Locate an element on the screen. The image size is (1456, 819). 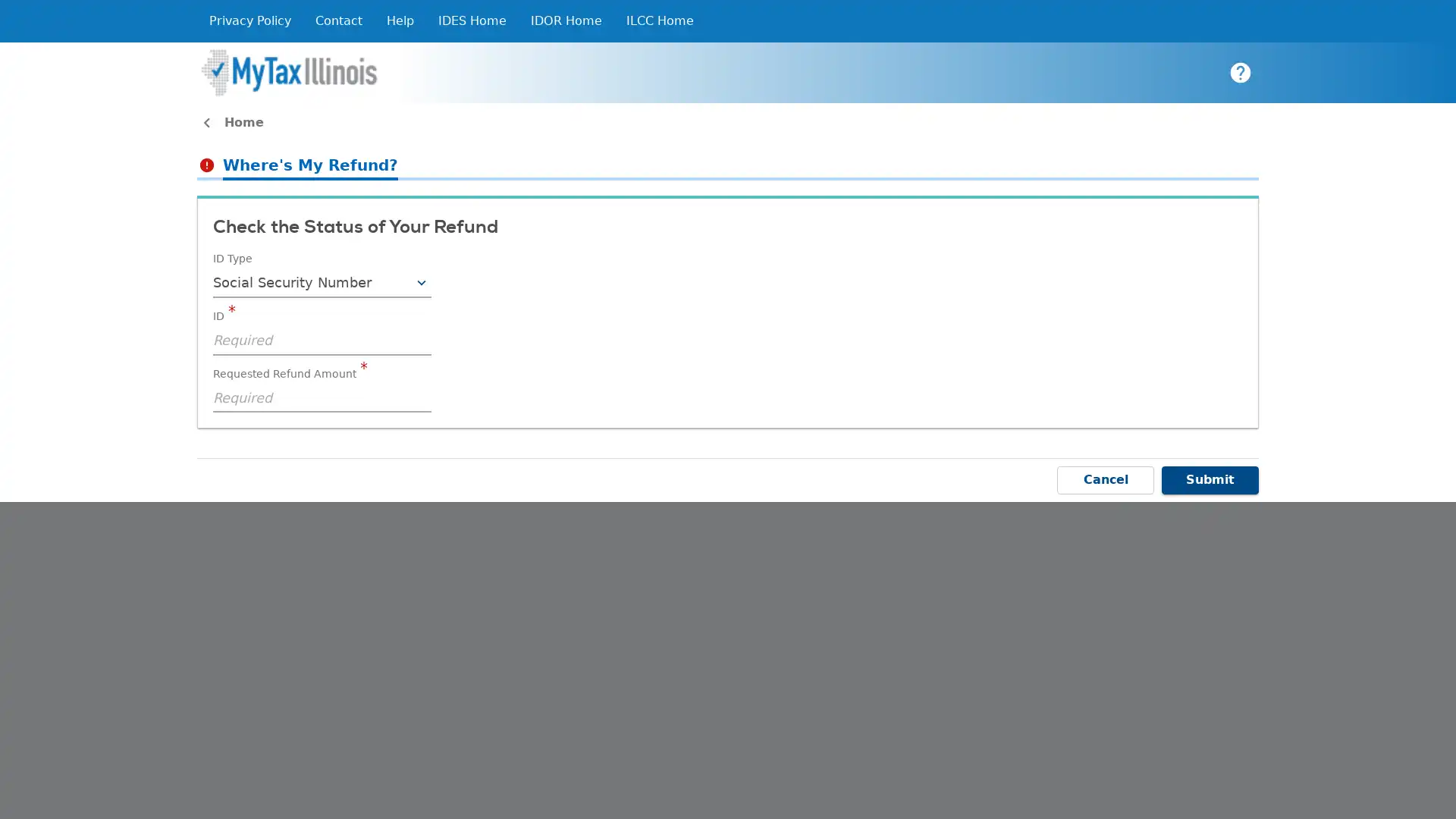
Toggle Combobox is located at coordinates (422, 283).